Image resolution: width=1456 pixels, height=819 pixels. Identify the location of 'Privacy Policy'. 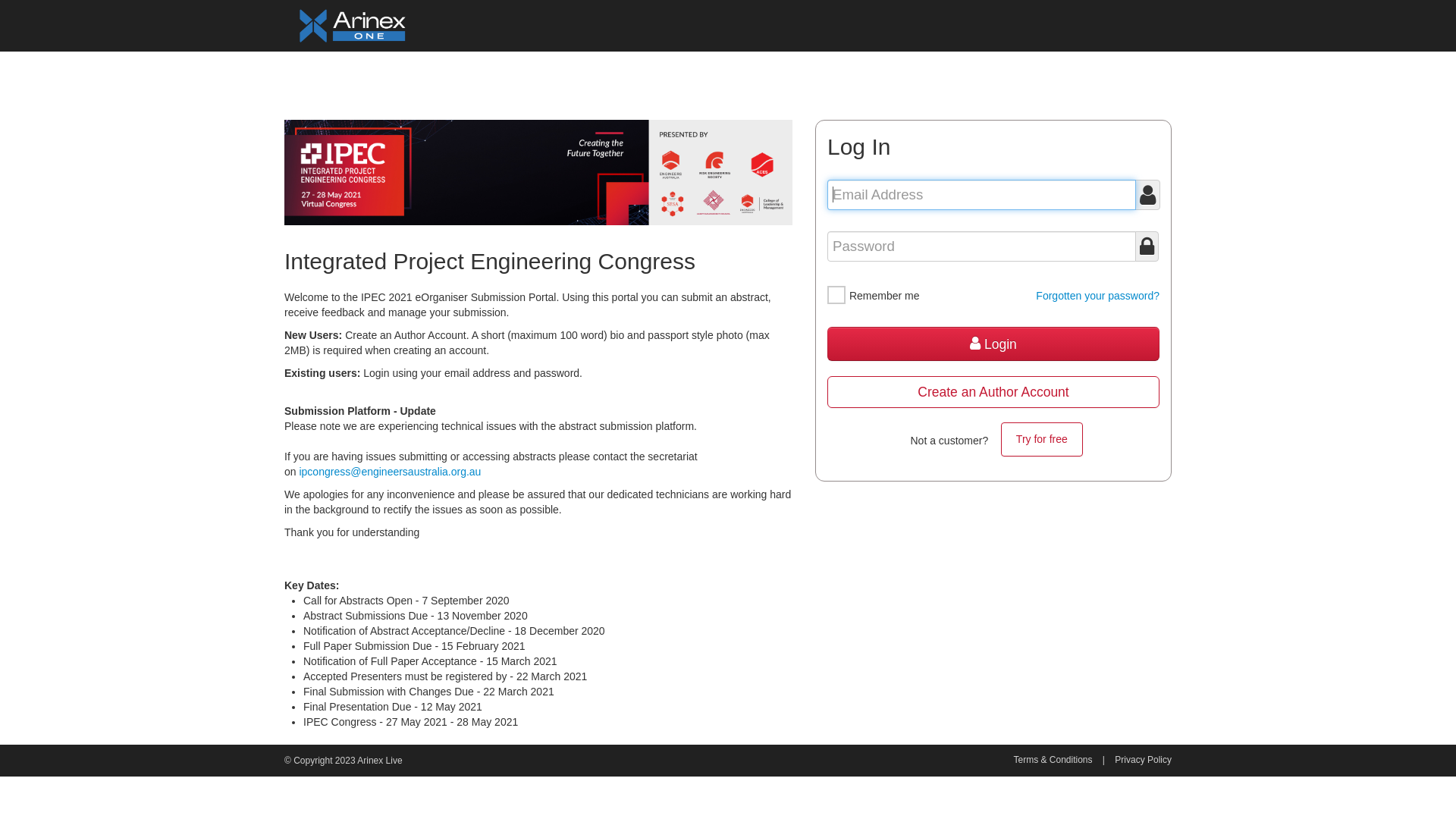
(1143, 760).